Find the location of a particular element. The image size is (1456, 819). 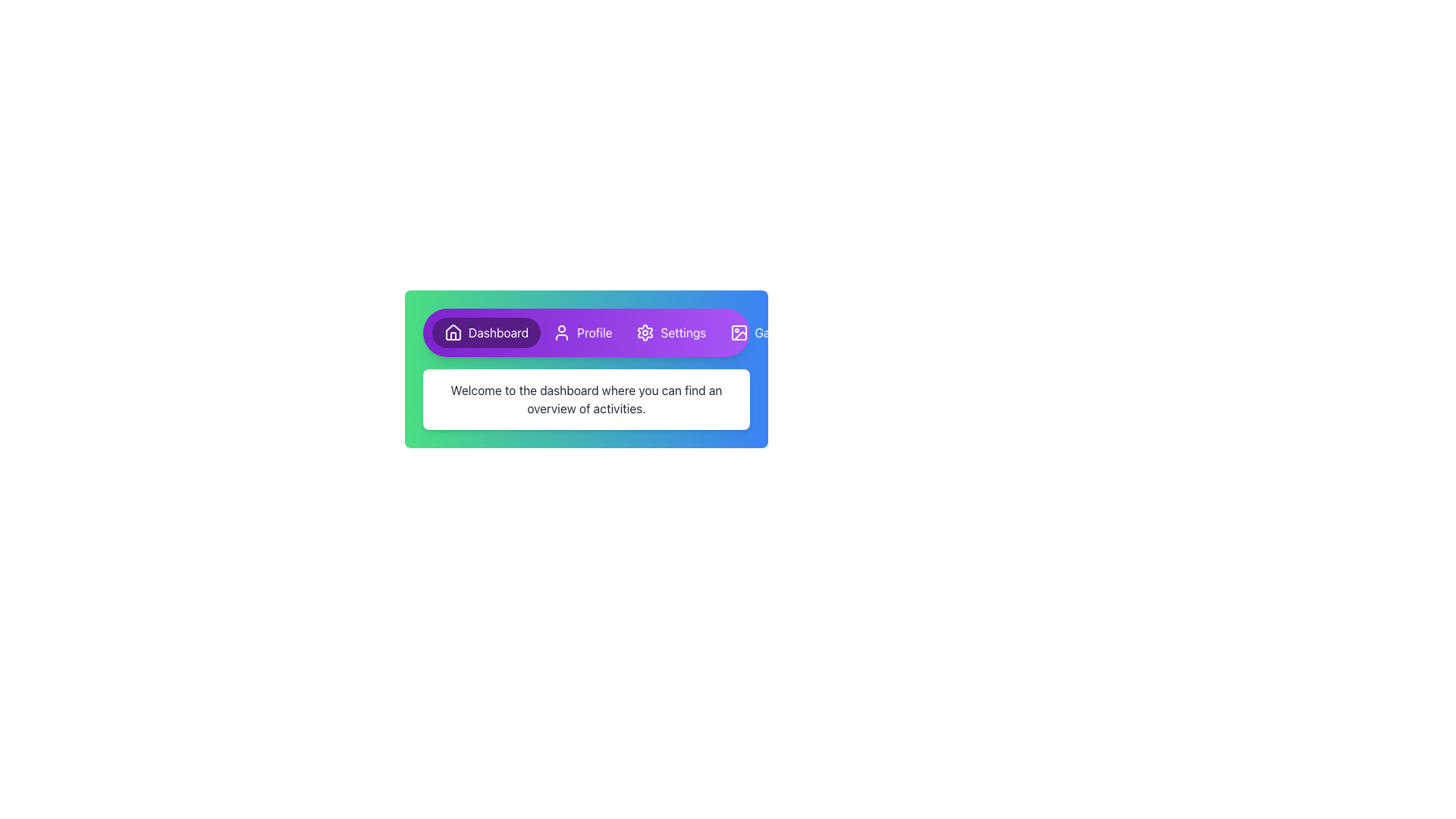

the house icon in the navigation menu is located at coordinates (453, 331).